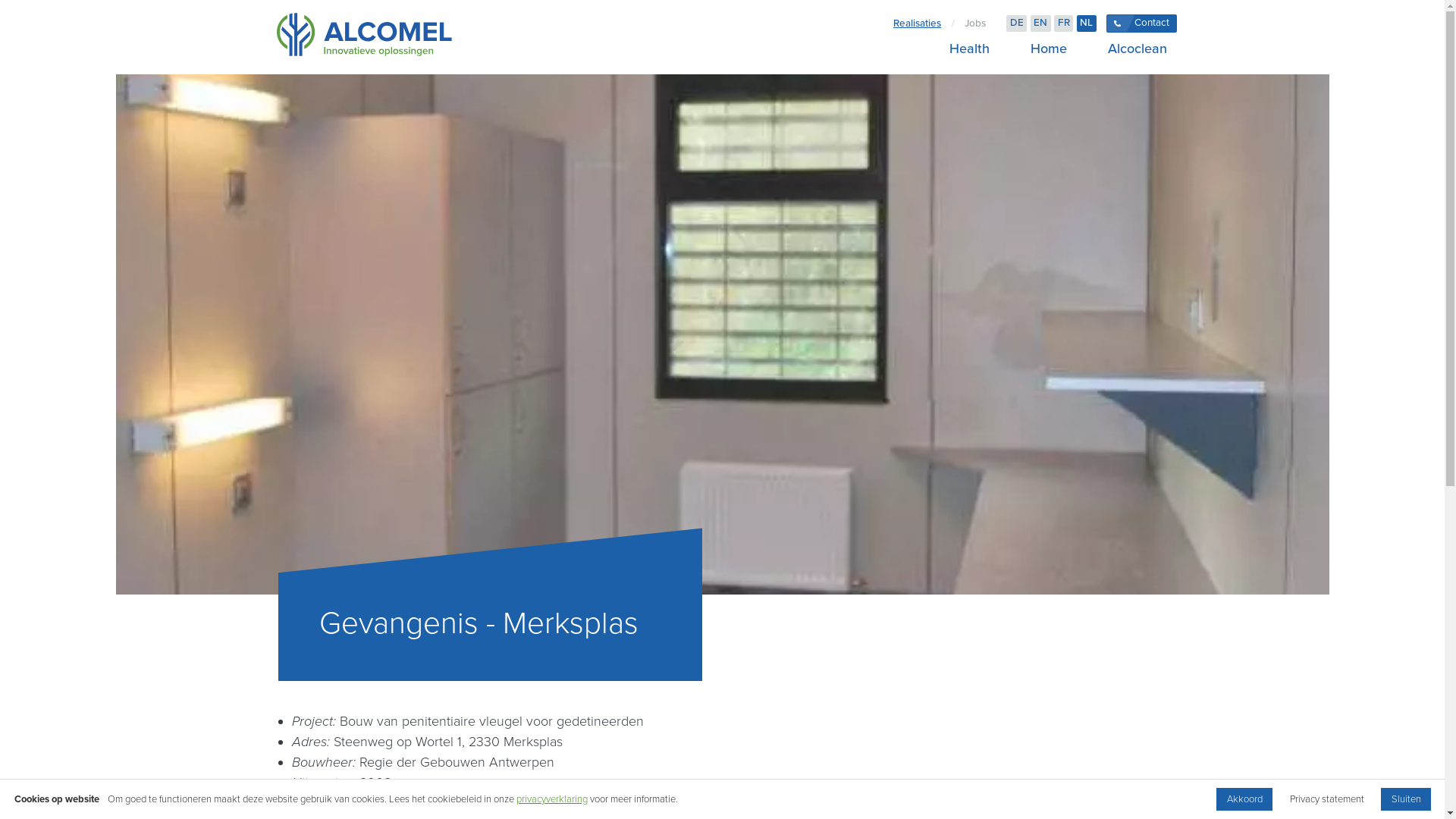  Describe the element at coordinates (1016, 24) in the screenshot. I see `'DE'` at that location.